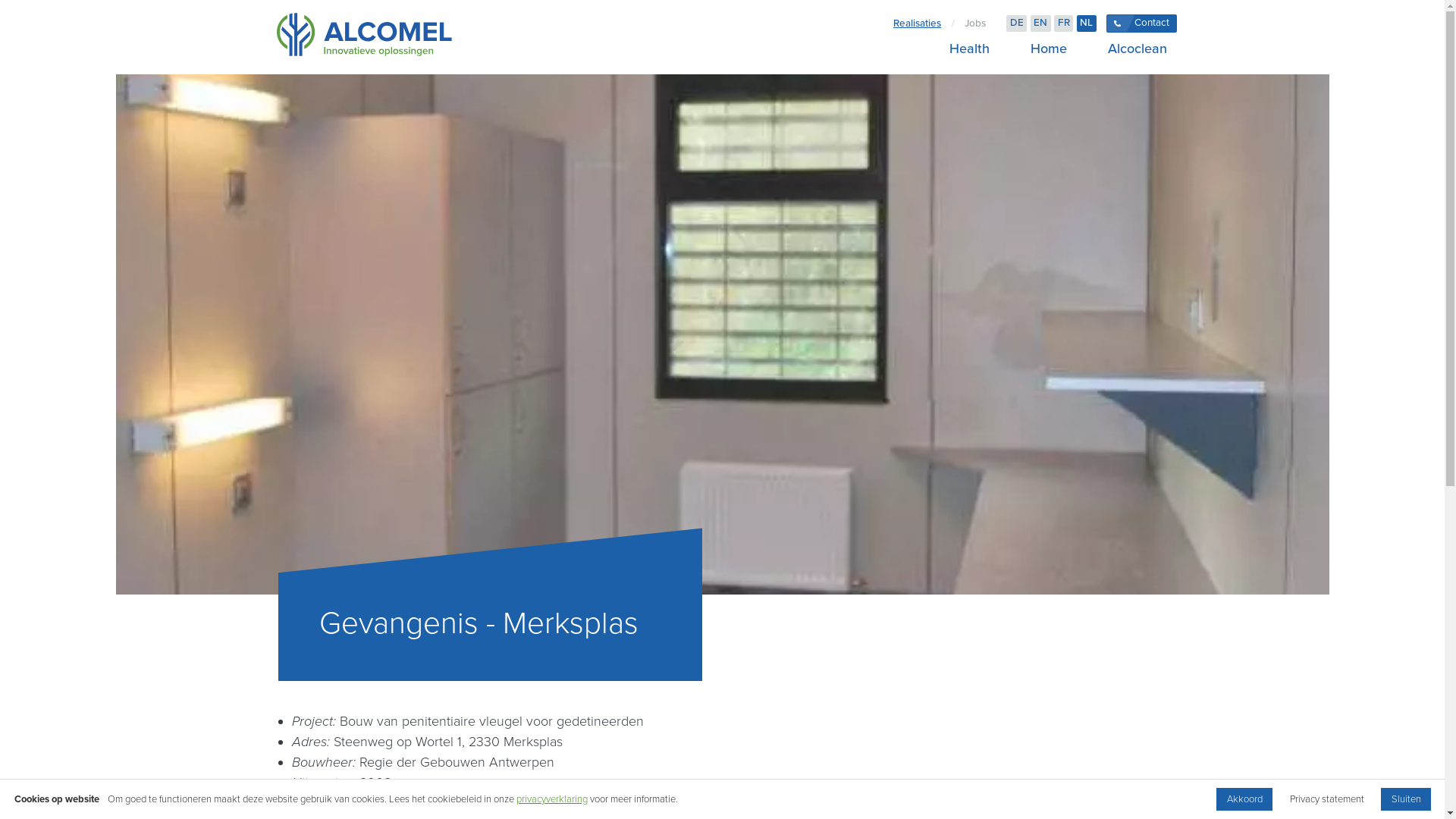  Describe the element at coordinates (1016, 24) in the screenshot. I see `'DE'` at that location.